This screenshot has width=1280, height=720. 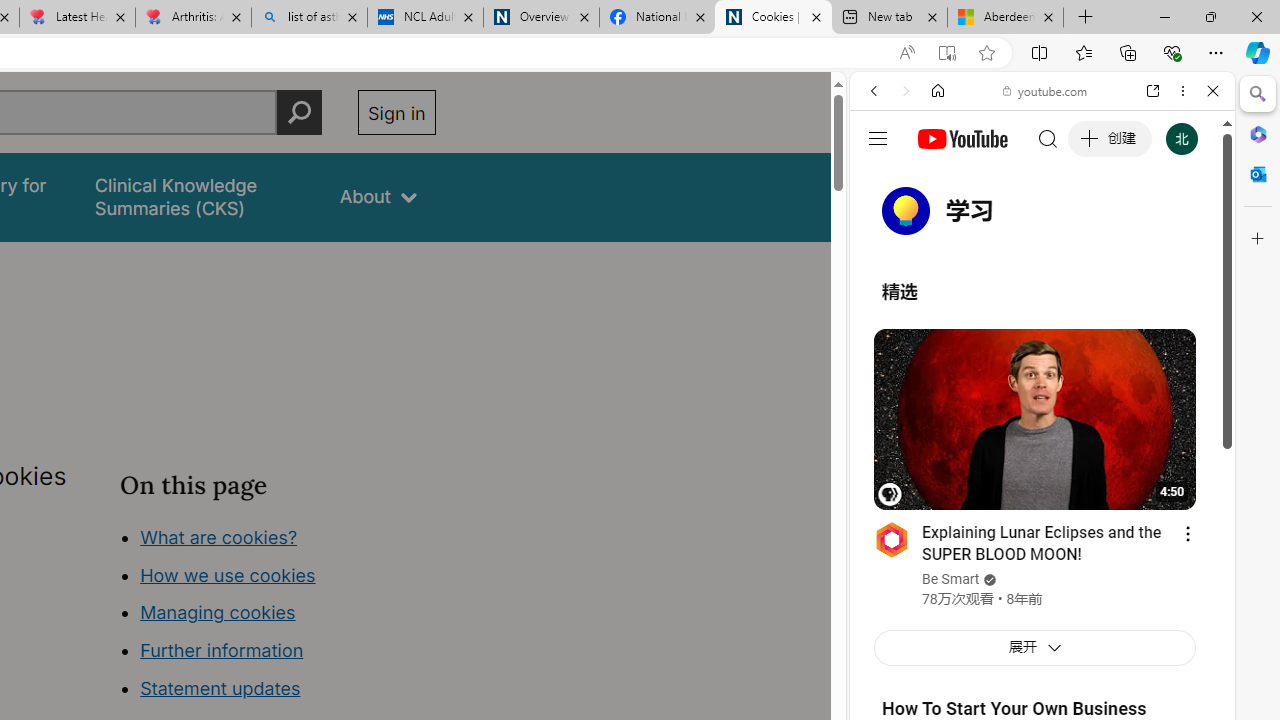 What do you see at coordinates (298, 112) in the screenshot?
I see `'Perform search'` at bounding box center [298, 112].